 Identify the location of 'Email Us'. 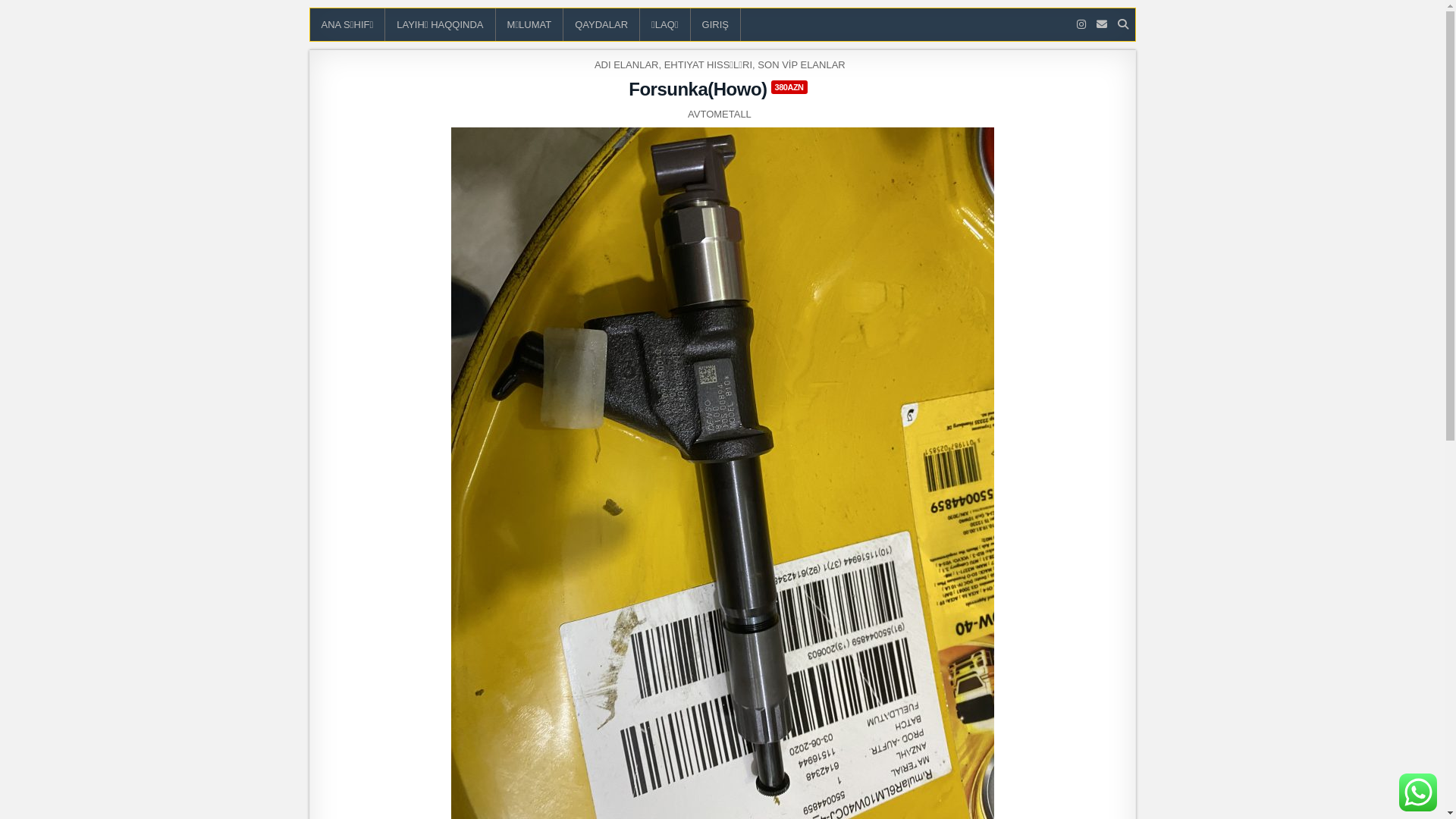
(1102, 24).